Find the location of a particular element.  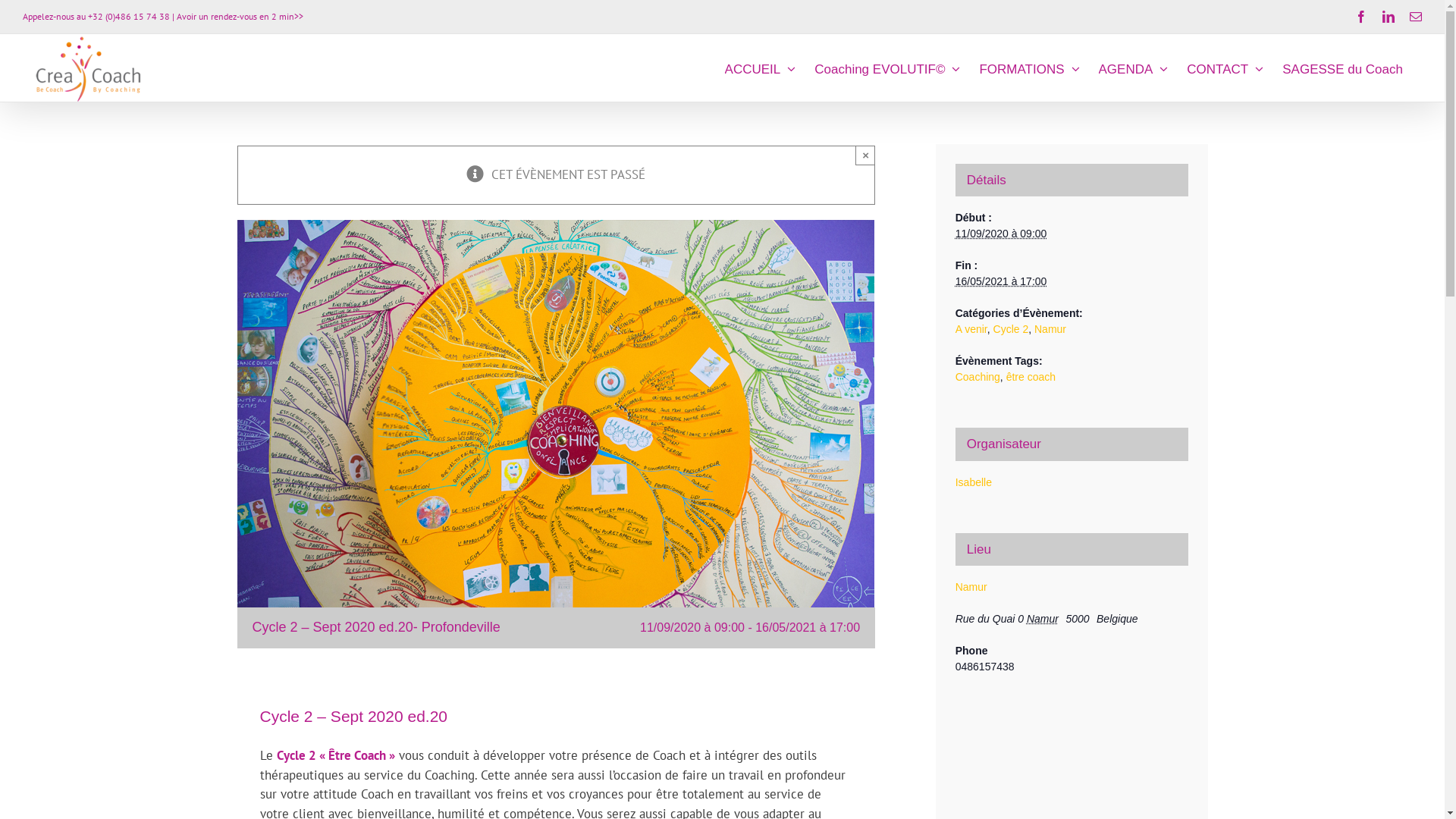

'CONTACT' is located at coordinates (1225, 67).